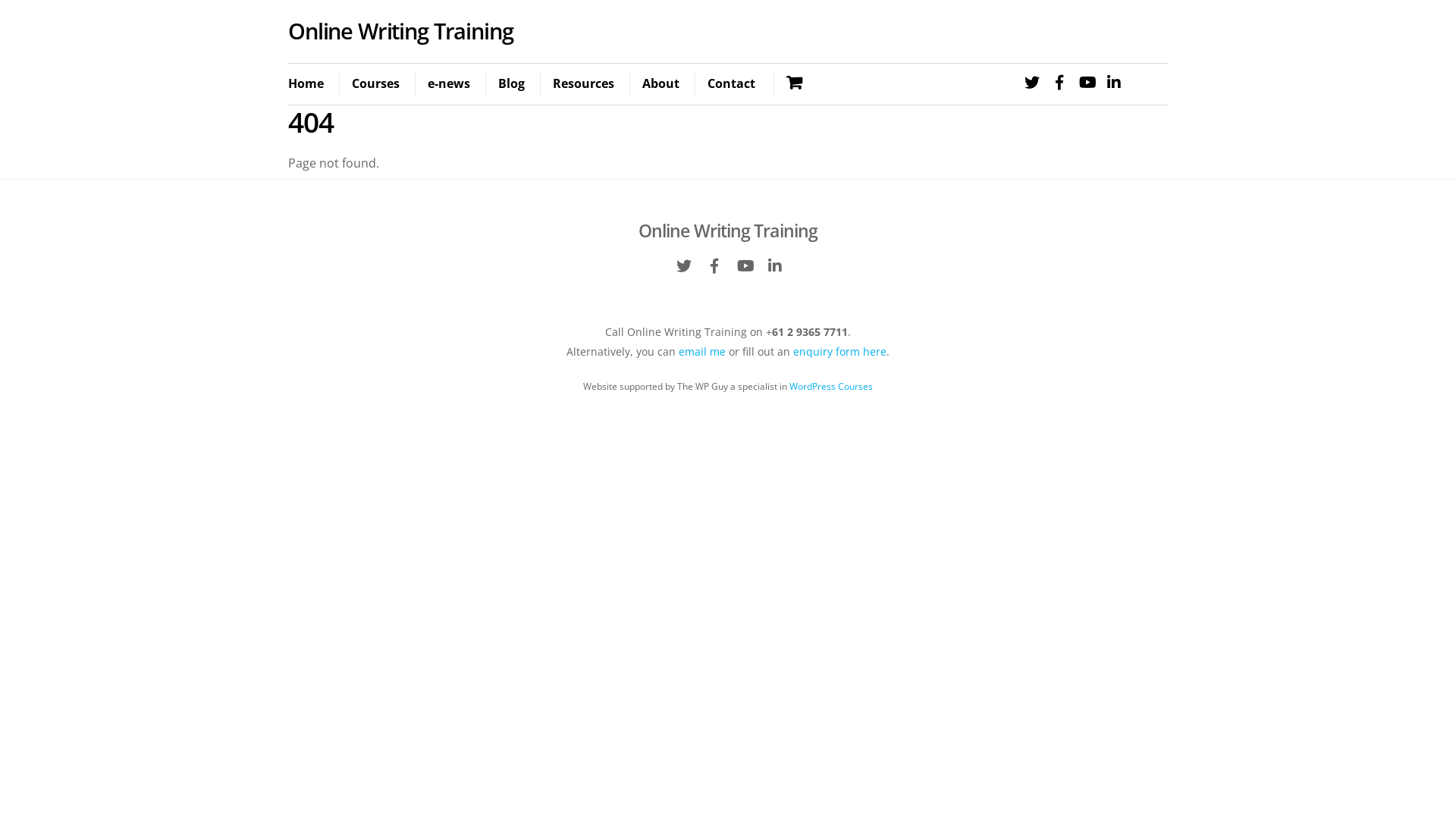  What do you see at coordinates (287, 30) in the screenshot?
I see `'Online Writing Training'` at bounding box center [287, 30].